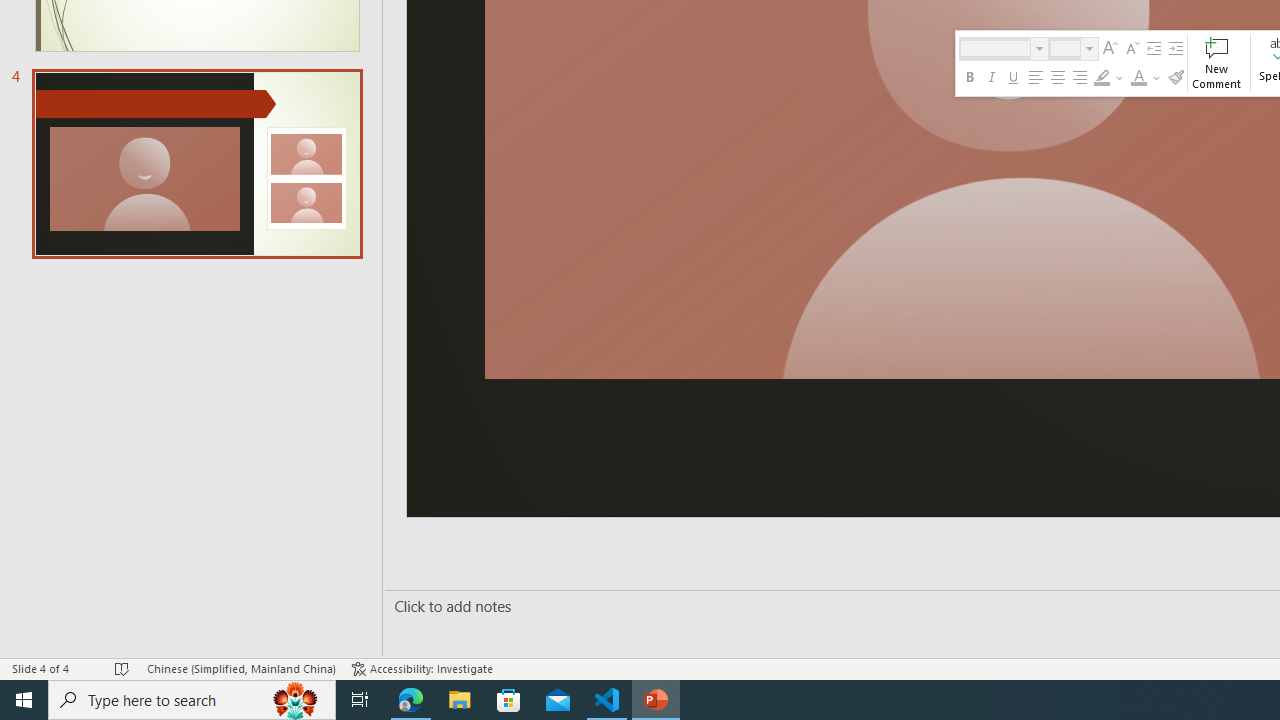 Image resolution: width=1280 pixels, height=720 pixels. I want to click on 'Class: NetUITextbox', so click(1064, 47).